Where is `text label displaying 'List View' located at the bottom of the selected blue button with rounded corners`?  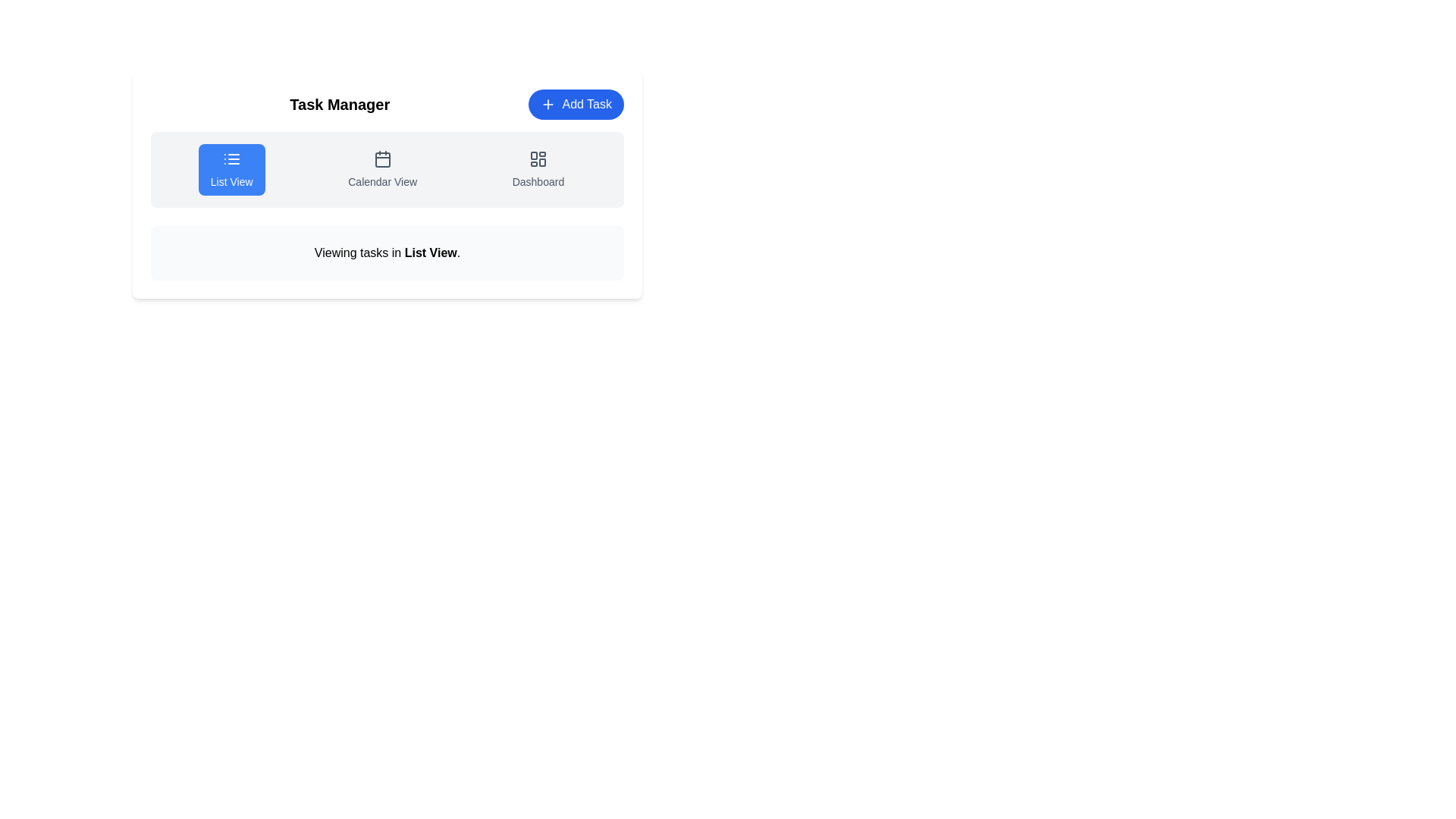
text label displaying 'List View' located at the bottom of the selected blue button with rounded corners is located at coordinates (231, 180).